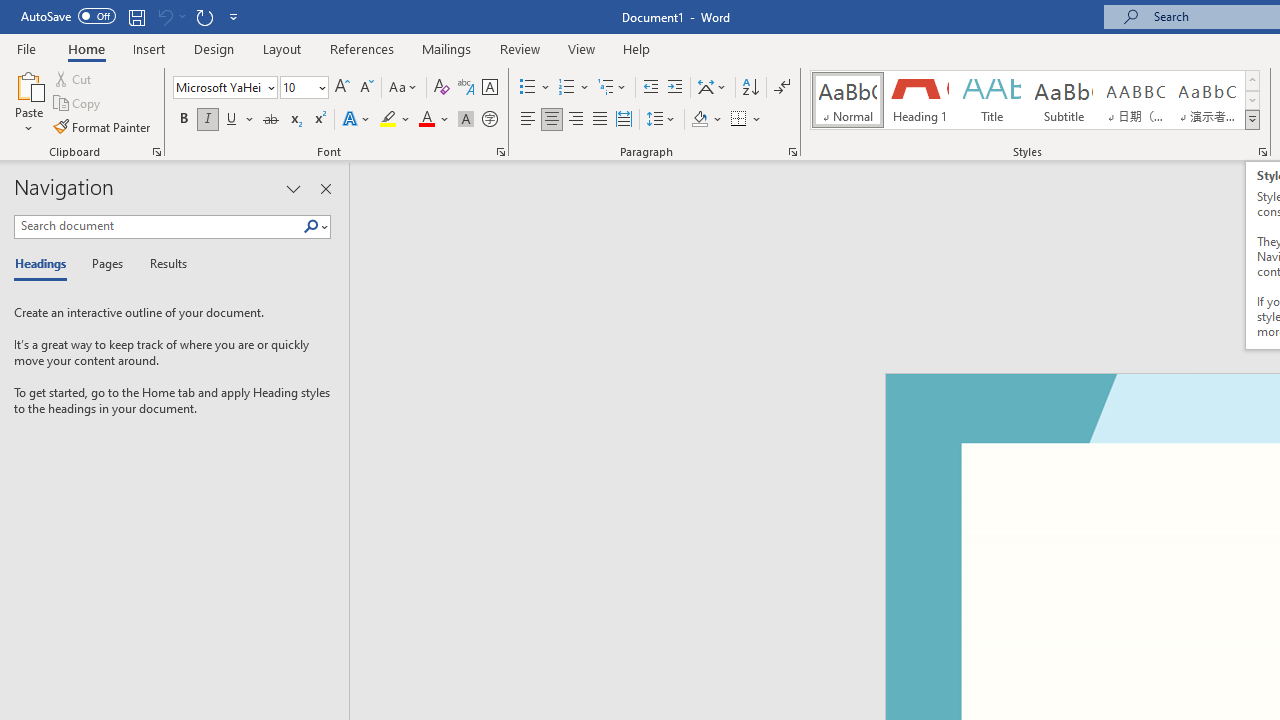  Describe the element at coordinates (623, 119) in the screenshot. I see `'Distributed'` at that location.